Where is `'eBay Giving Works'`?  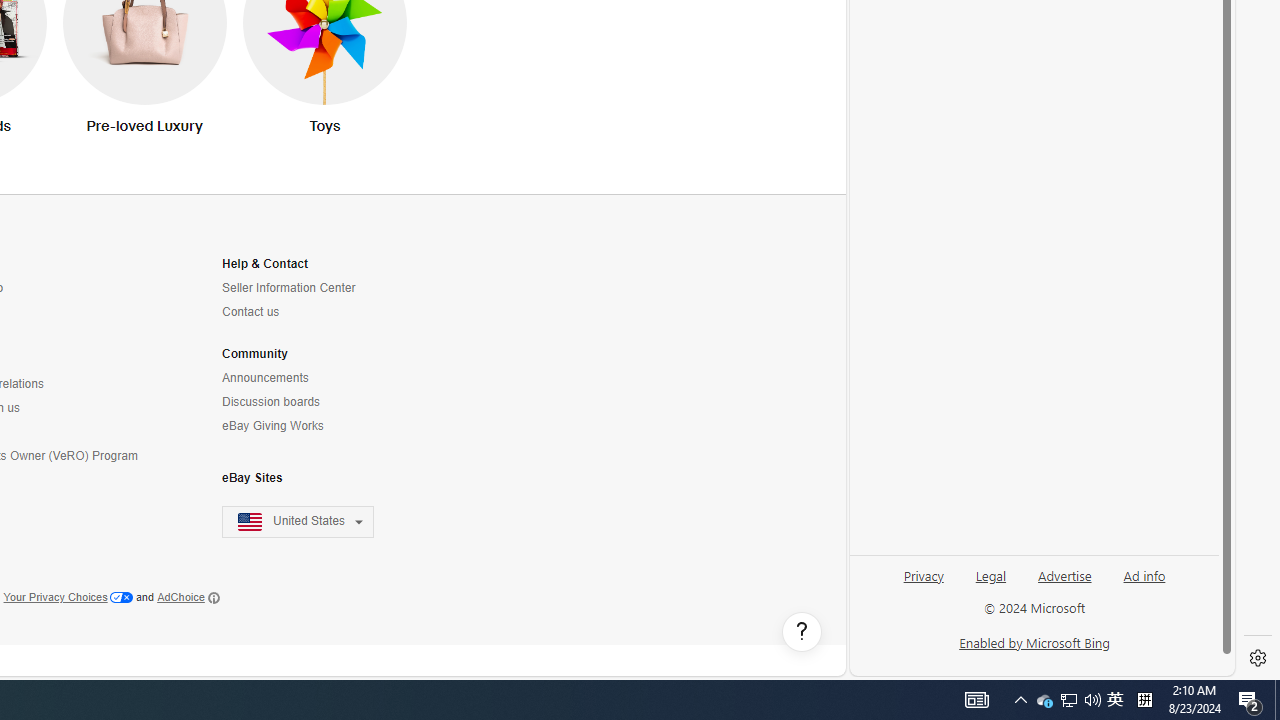 'eBay Giving Works' is located at coordinates (271, 425).